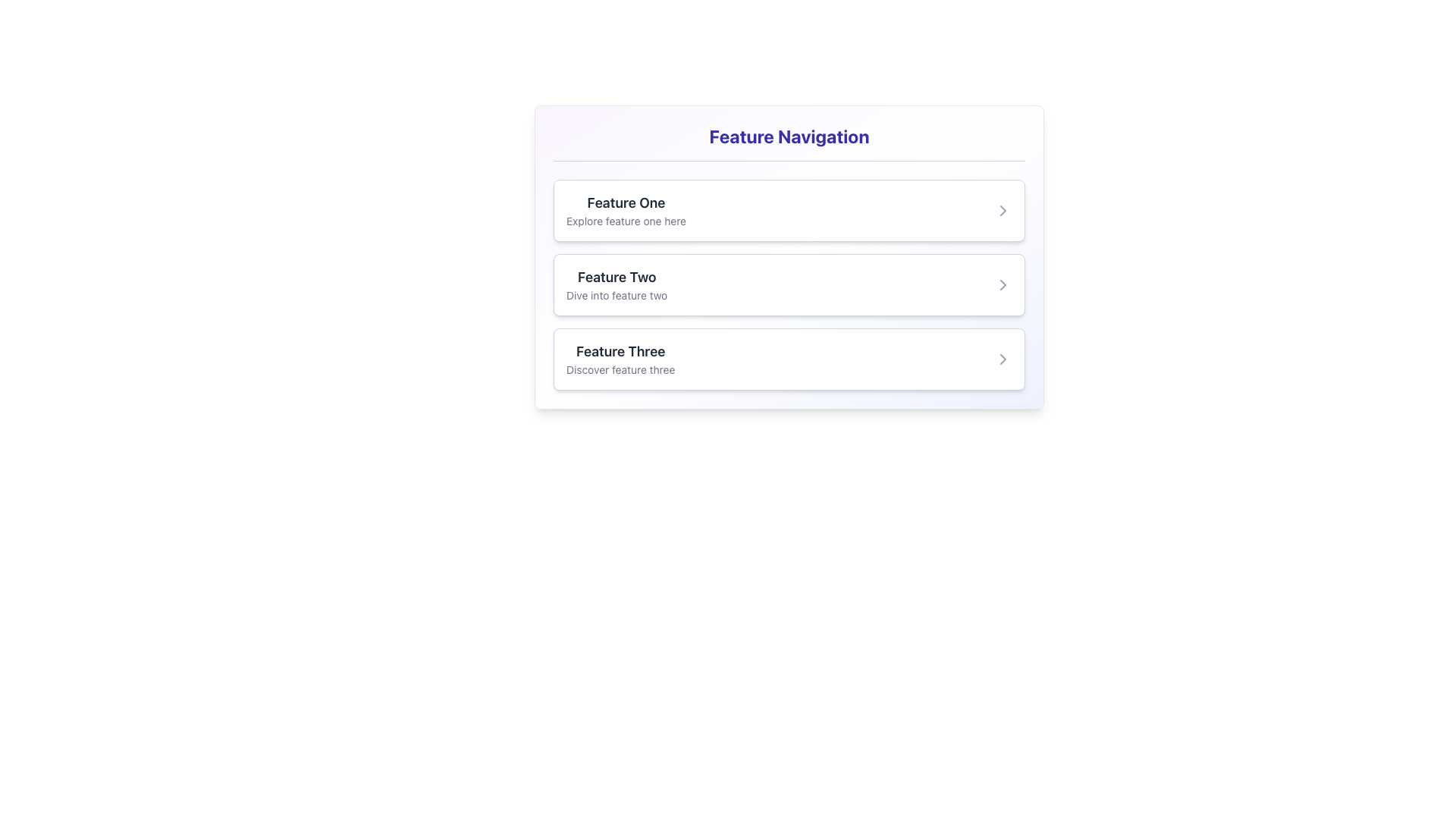 This screenshot has height=819, width=1456. Describe the element at coordinates (626, 202) in the screenshot. I see `Text Label that serves as the title for the first feature in the navigation interface, located above the descriptive text 'Explore feature one here'` at that location.